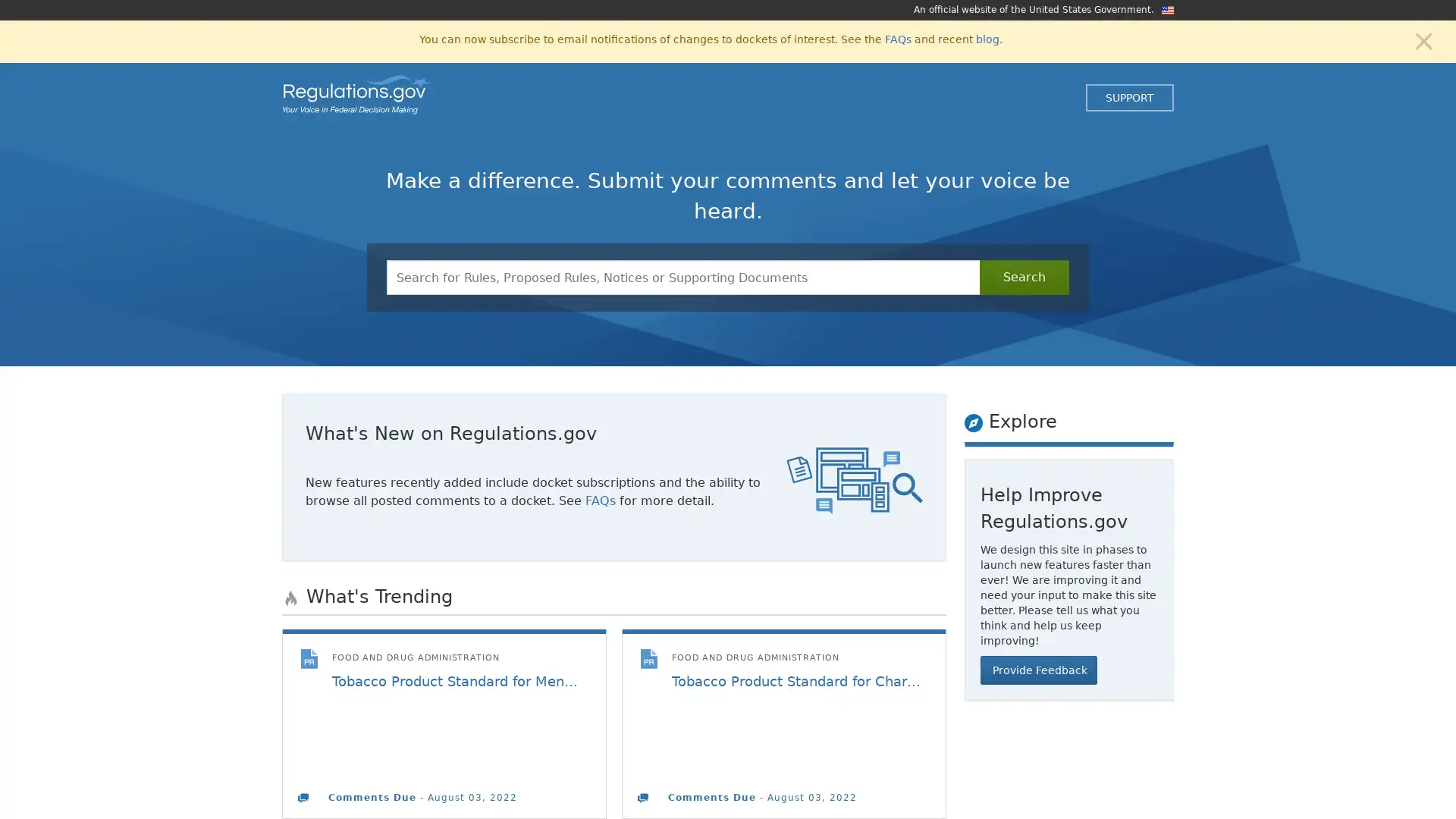 This screenshot has width=1456, height=819. I want to click on Search, so click(1024, 278).